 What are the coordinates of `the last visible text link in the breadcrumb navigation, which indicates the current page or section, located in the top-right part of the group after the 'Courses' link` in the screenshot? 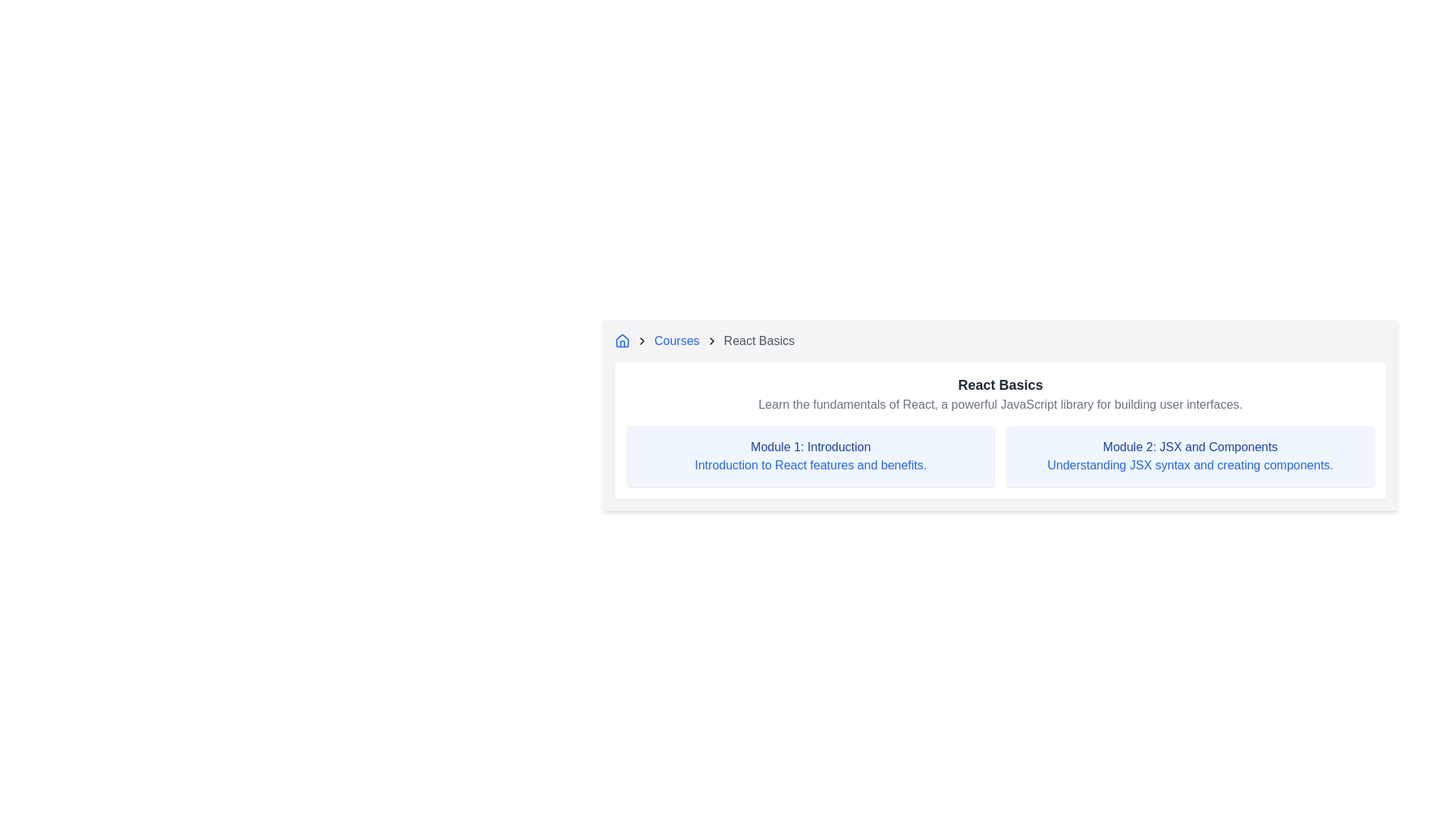 It's located at (759, 341).